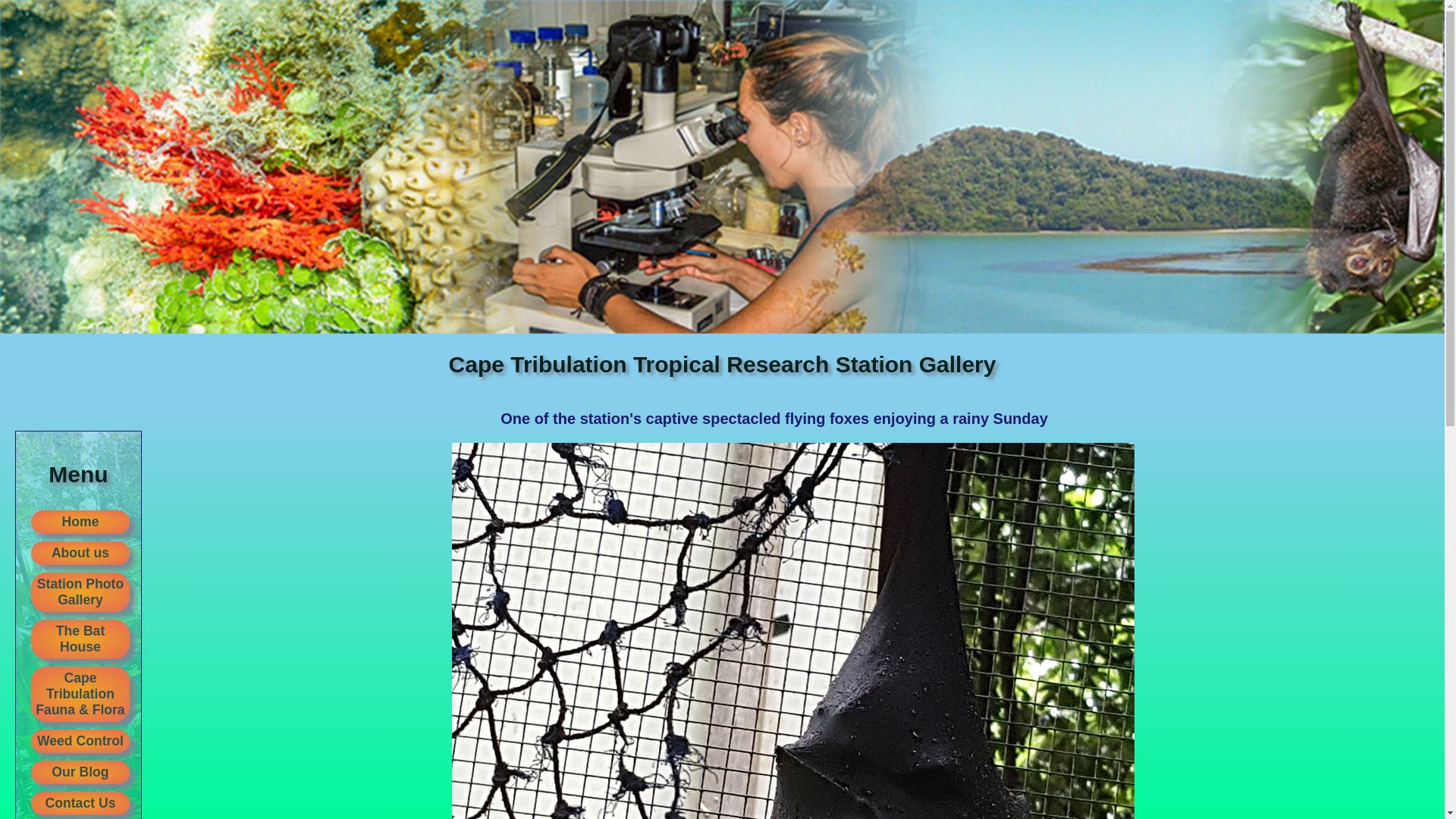 This screenshot has height=819, width=1456. What do you see at coordinates (79, 521) in the screenshot?
I see `'Home'` at bounding box center [79, 521].